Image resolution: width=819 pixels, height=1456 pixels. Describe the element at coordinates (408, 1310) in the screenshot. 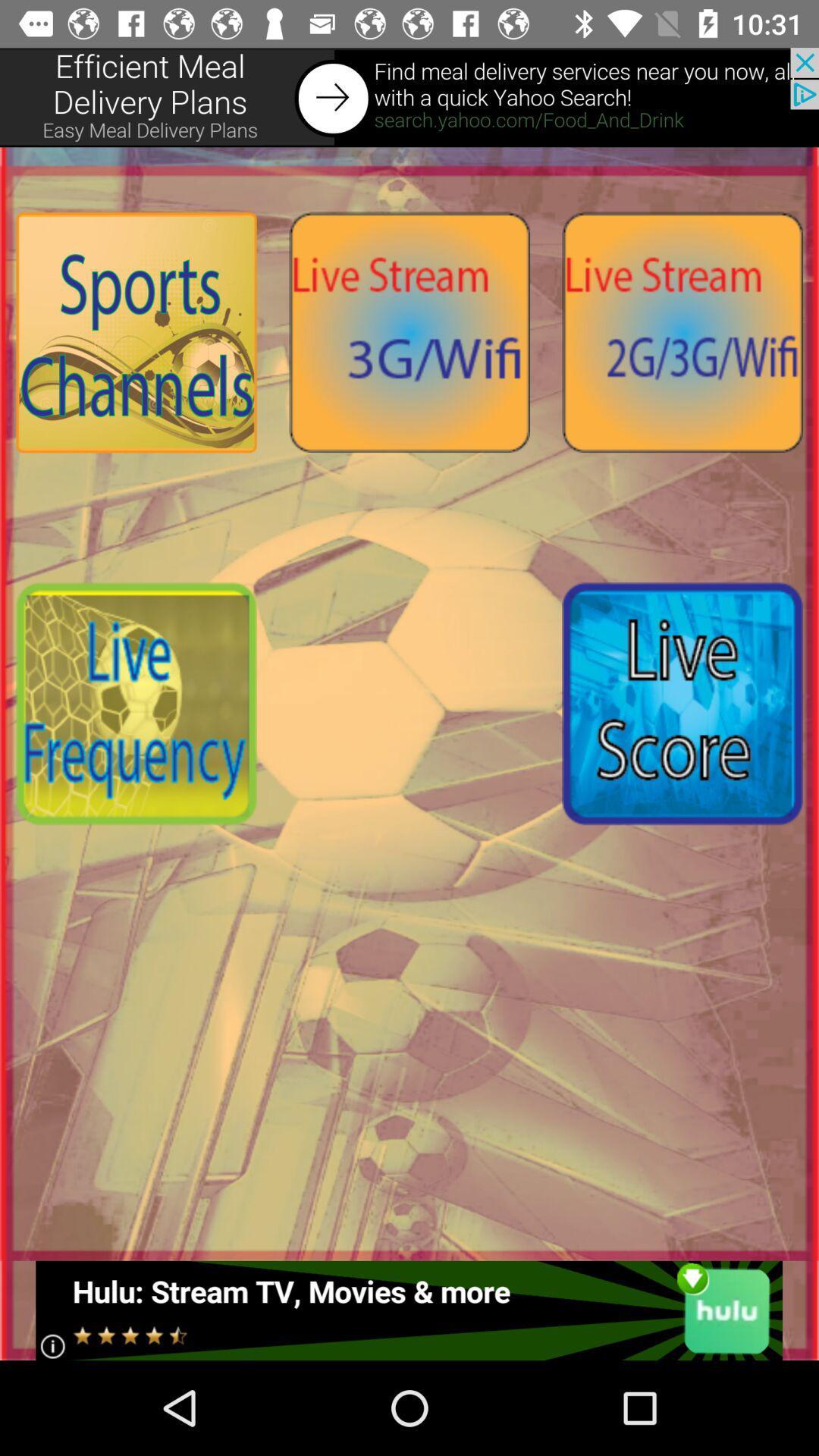

I see `click advertisement` at that location.